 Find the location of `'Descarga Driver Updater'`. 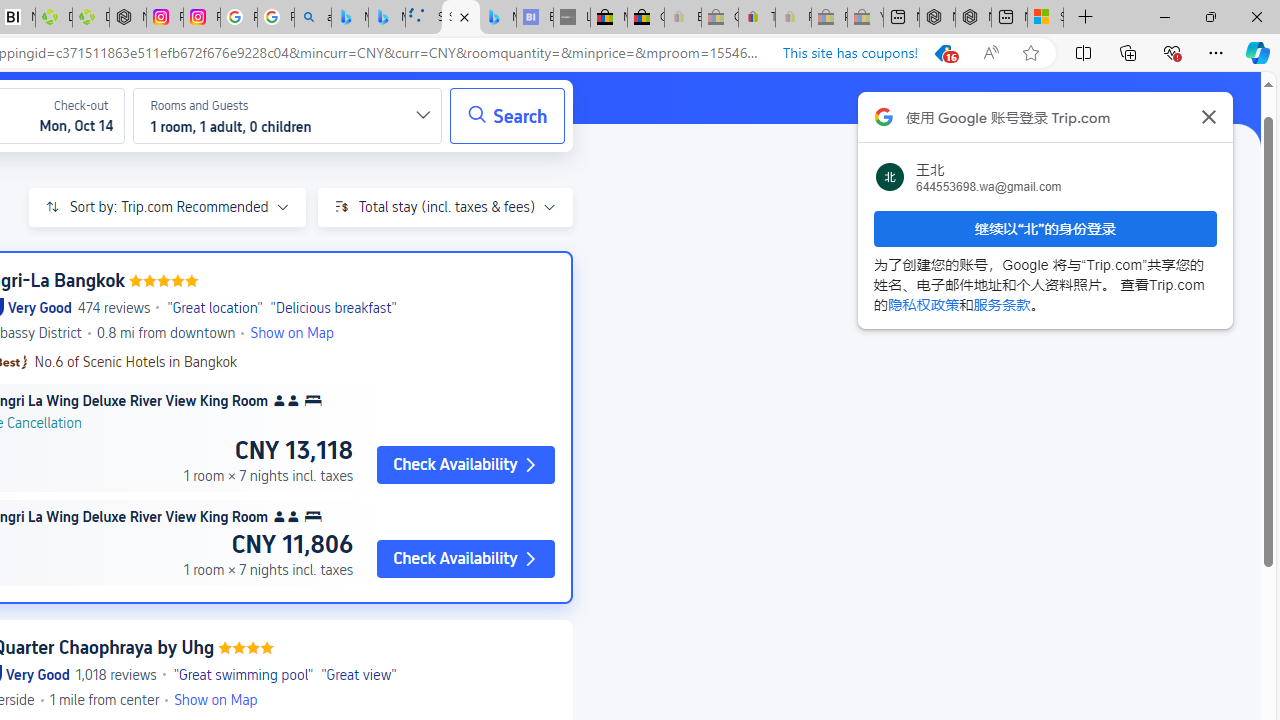

'Descarga Driver Updater' is located at coordinates (89, 17).